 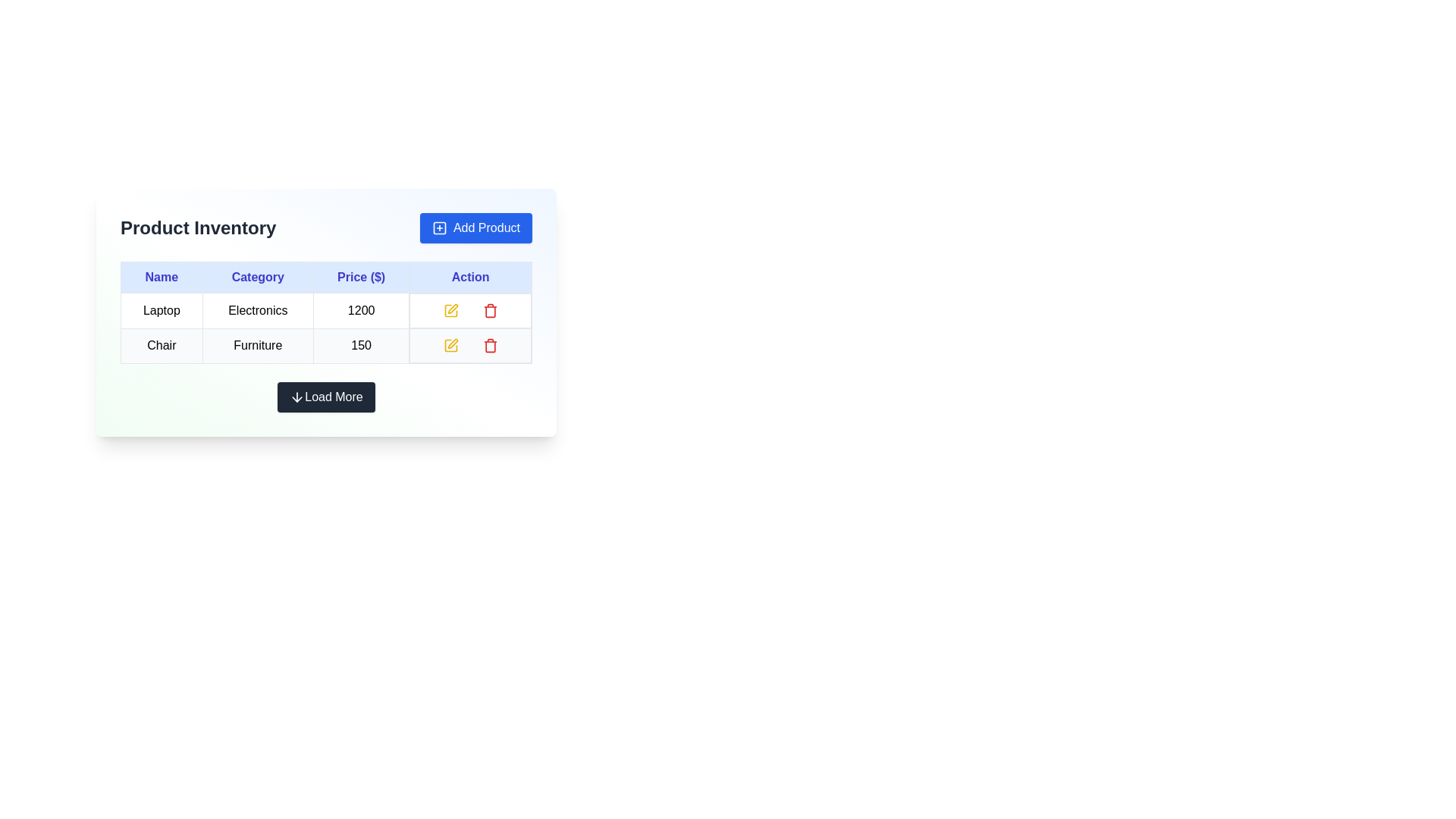 What do you see at coordinates (450, 345) in the screenshot?
I see `the icon-like graphical element` at bounding box center [450, 345].